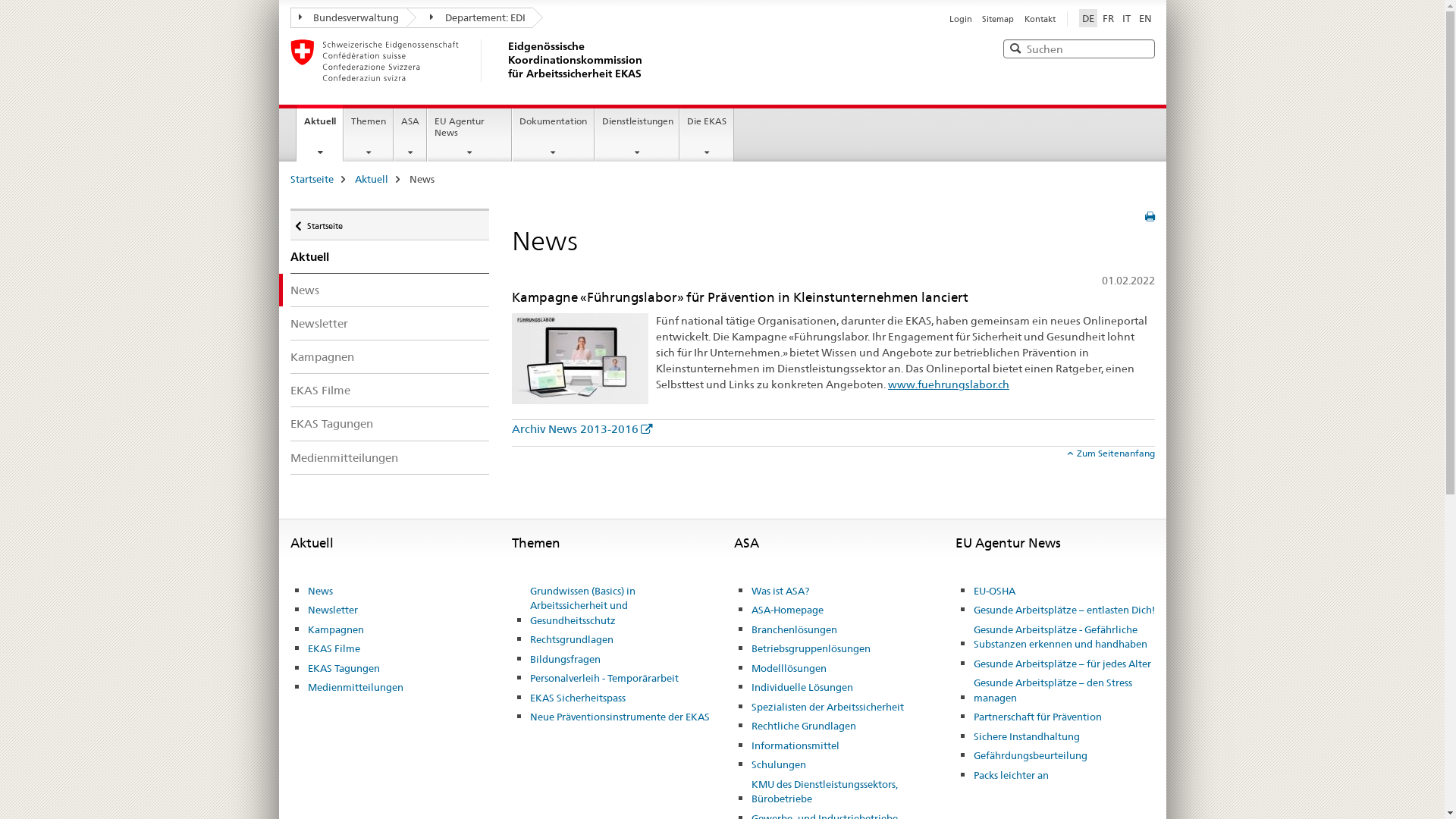 This screenshot has width=1456, height=819. I want to click on 'FR', so click(1108, 17).